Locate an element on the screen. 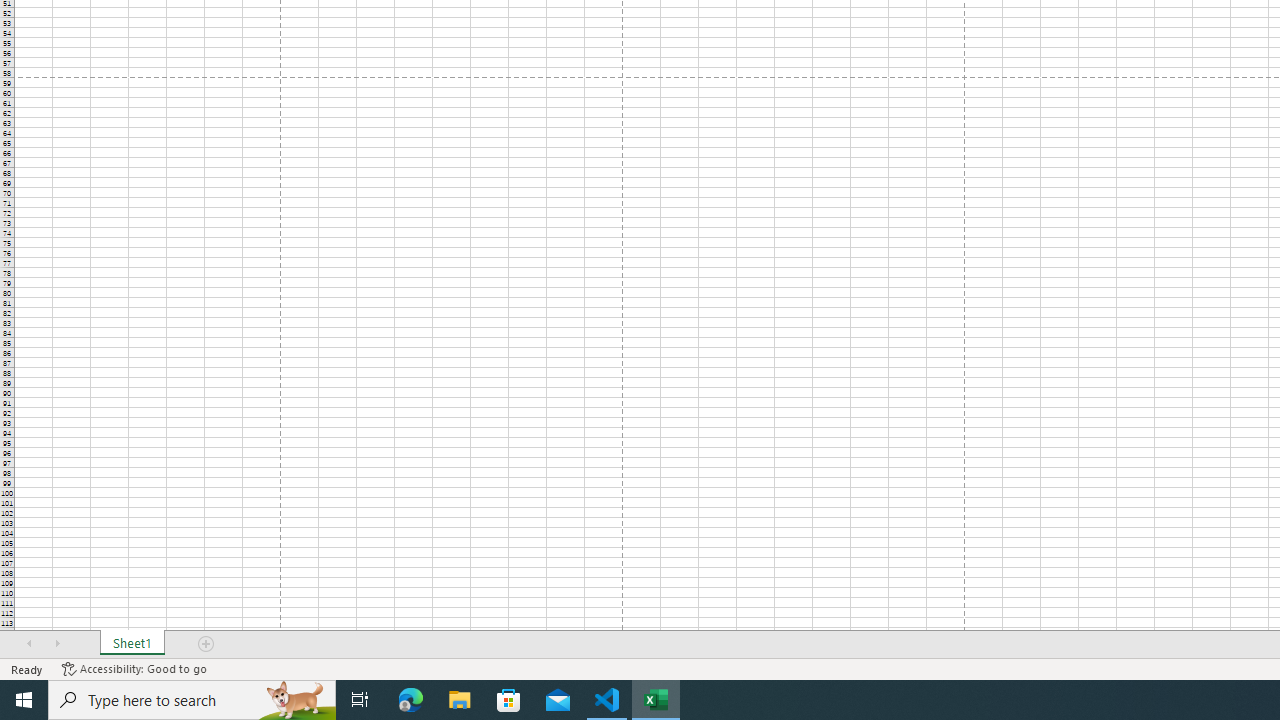 The width and height of the screenshot is (1280, 720). 'Scroll Right' is located at coordinates (57, 644).